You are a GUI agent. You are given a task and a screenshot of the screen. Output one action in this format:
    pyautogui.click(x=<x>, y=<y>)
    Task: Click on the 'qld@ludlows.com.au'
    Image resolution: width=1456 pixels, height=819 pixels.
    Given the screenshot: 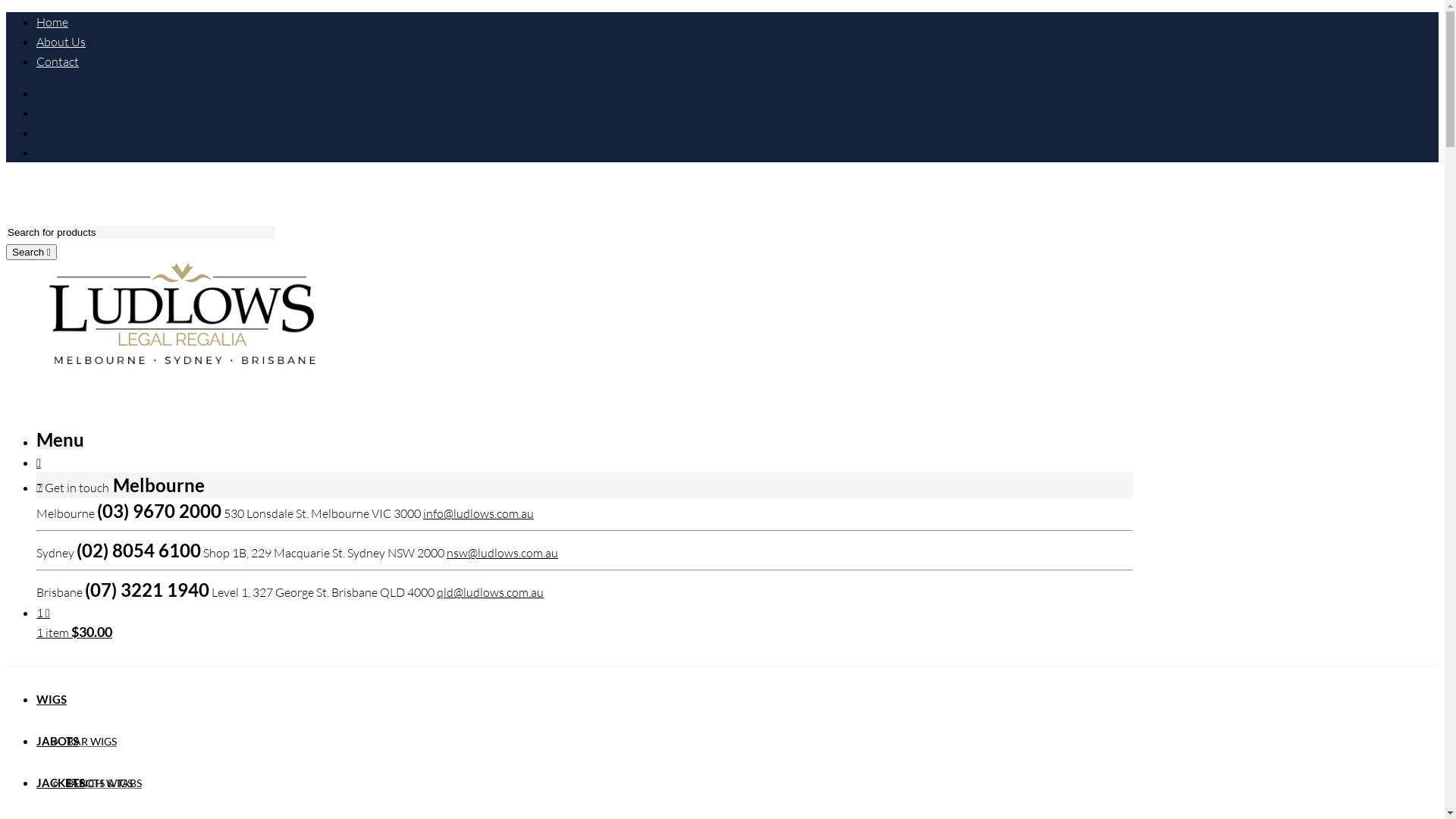 What is the action you would take?
    pyautogui.click(x=490, y=591)
    